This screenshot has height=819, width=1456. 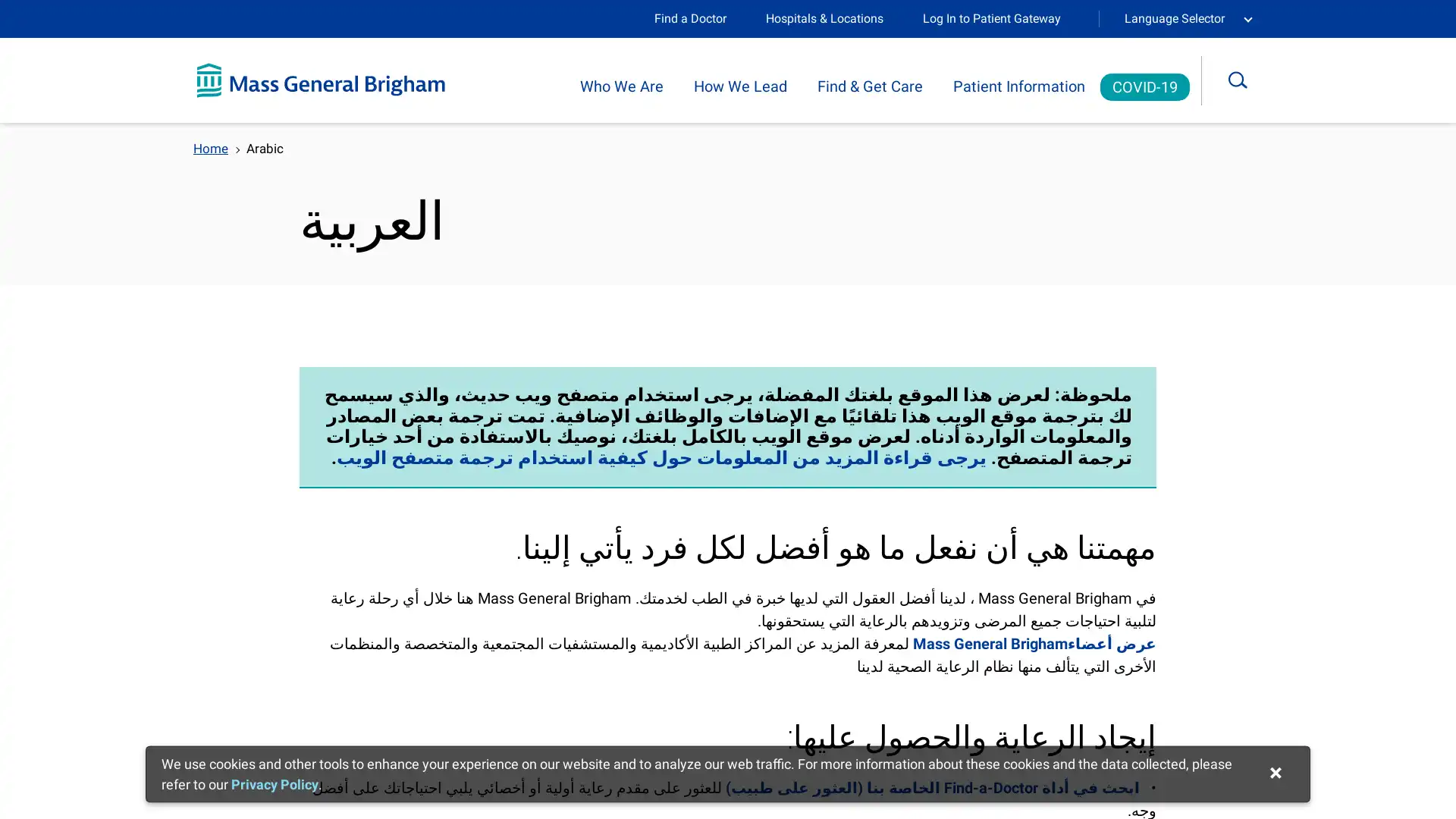 What do you see at coordinates (1248, 80) in the screenshot?
I see `Search` at bounding box center [1248, 80].